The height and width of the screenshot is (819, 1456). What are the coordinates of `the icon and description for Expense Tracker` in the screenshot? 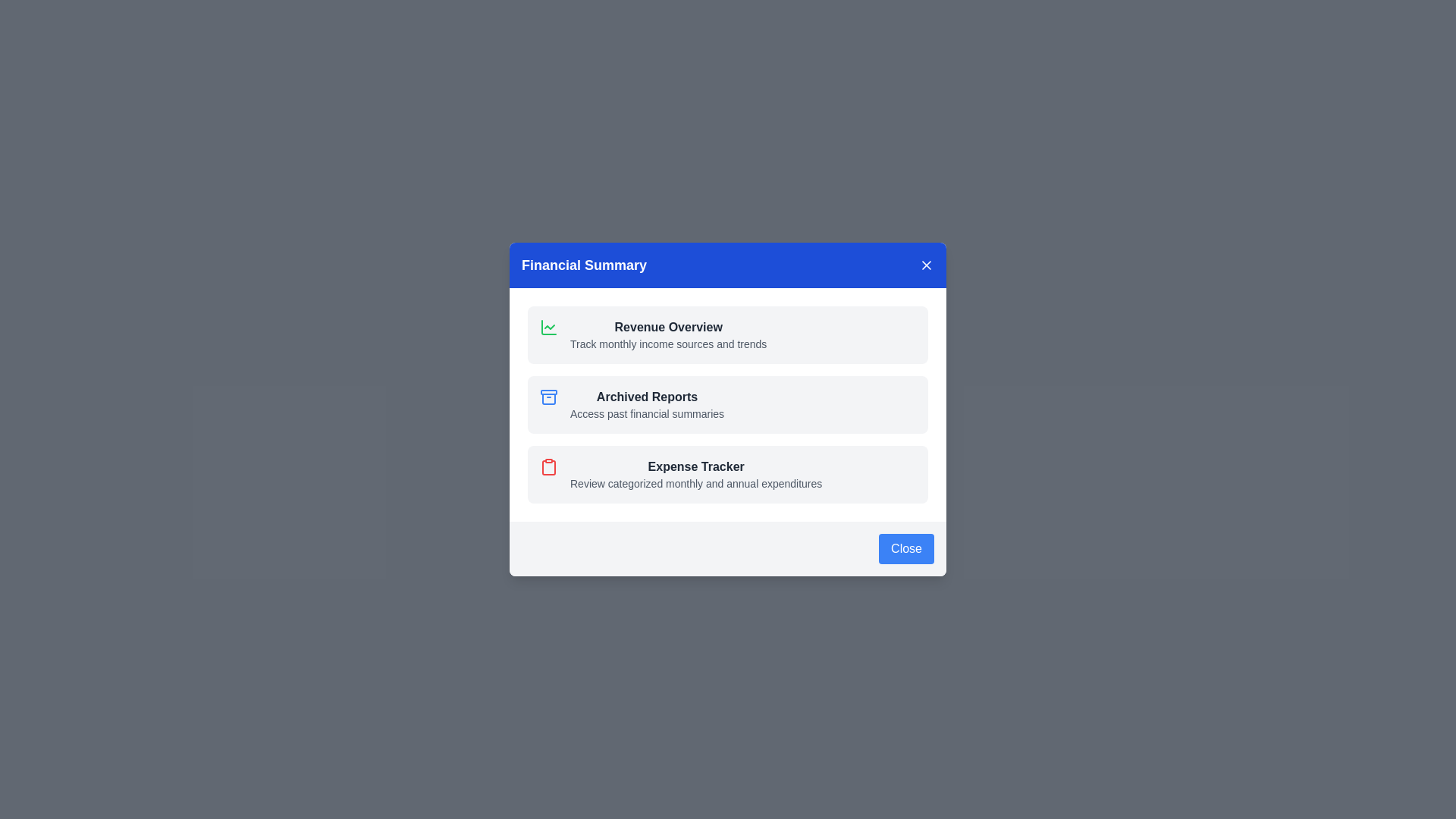 It's located at (548, 466).